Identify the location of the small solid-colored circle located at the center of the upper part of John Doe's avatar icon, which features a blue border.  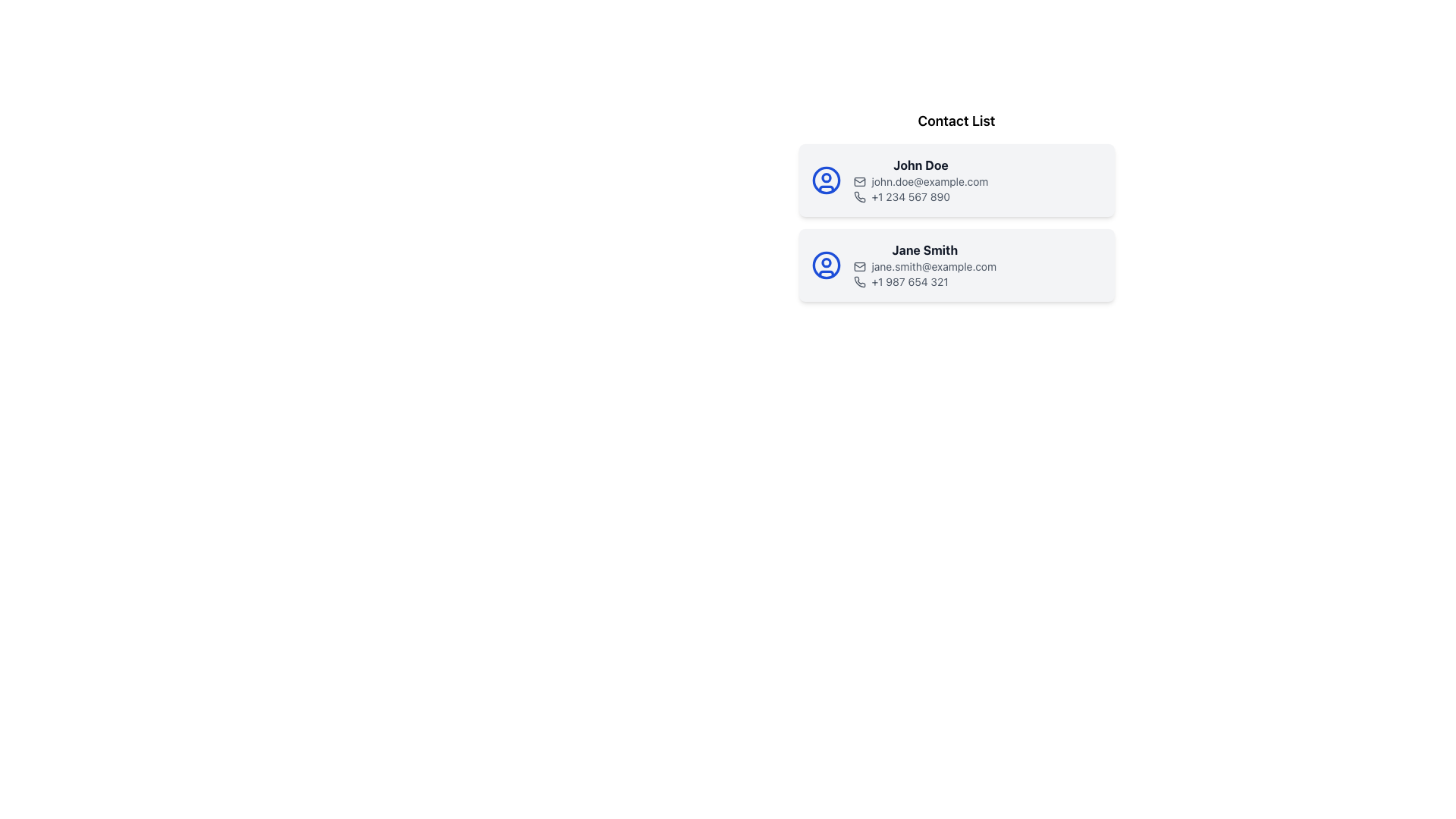
(825, 177).